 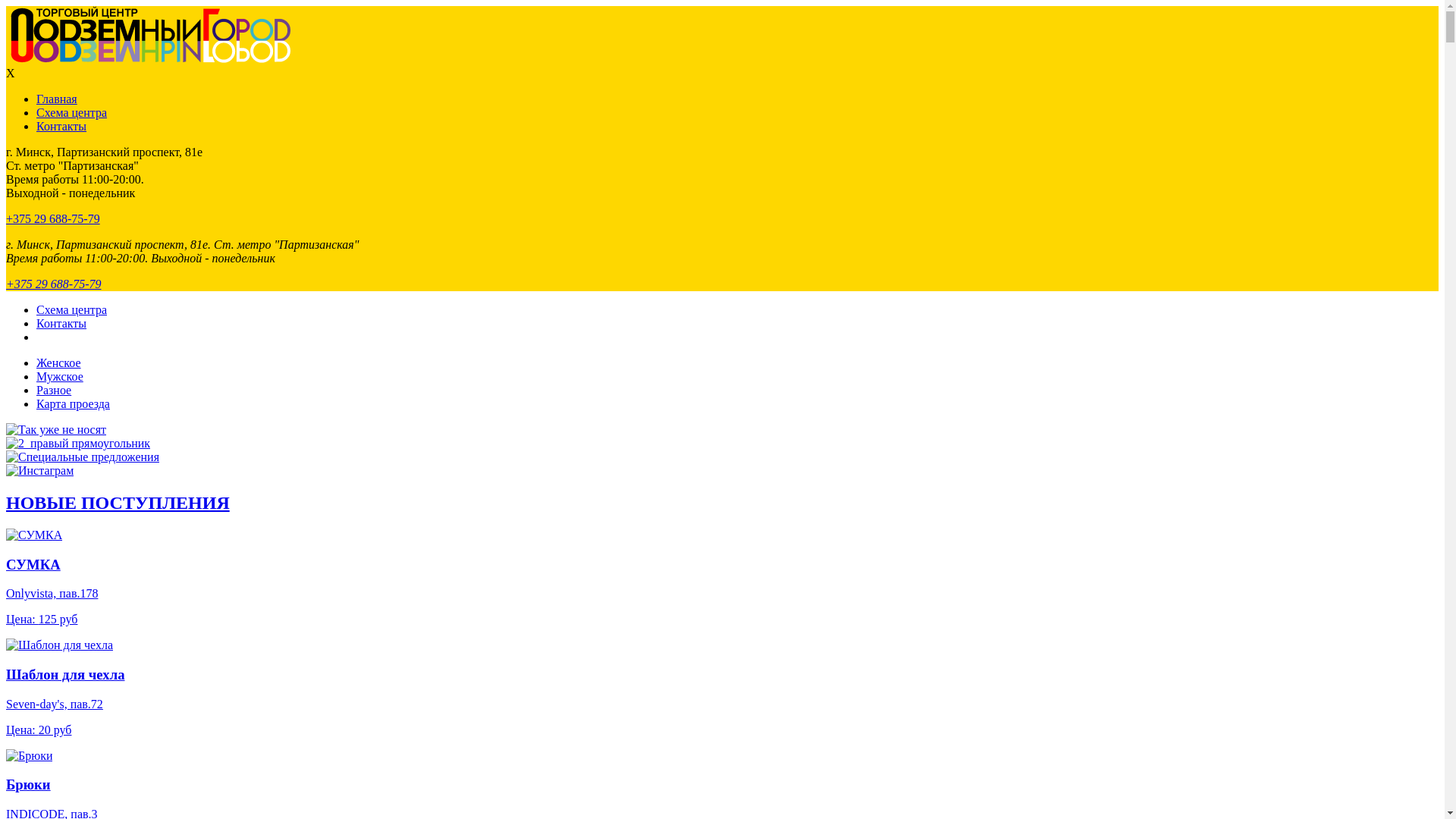 I want to click on '+375 29 688-75-79', so click(x=53, y=218).